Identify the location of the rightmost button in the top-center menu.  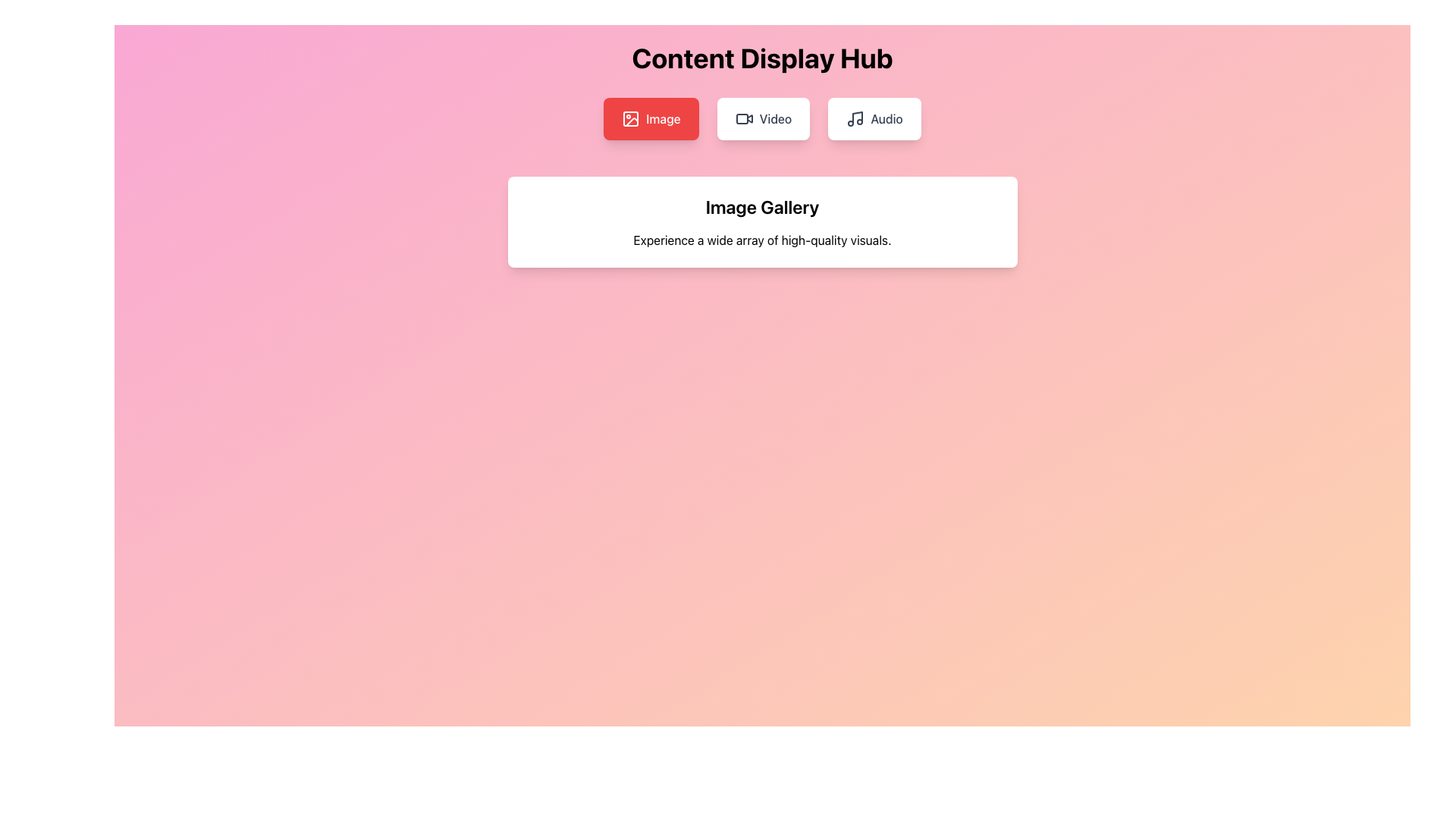
(874, 118).